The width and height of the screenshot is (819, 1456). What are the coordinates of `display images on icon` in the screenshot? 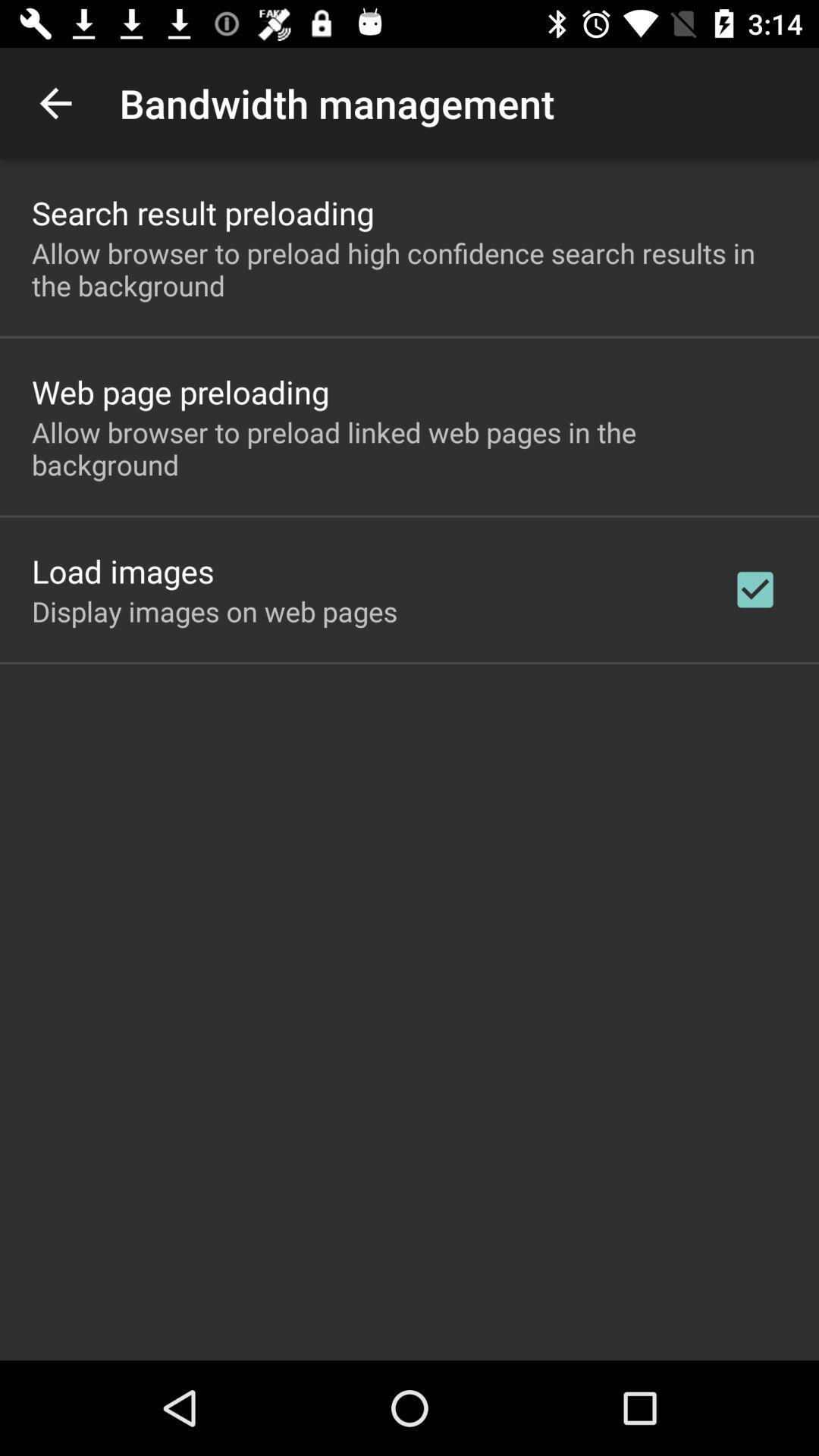 It's located at (215, 611).